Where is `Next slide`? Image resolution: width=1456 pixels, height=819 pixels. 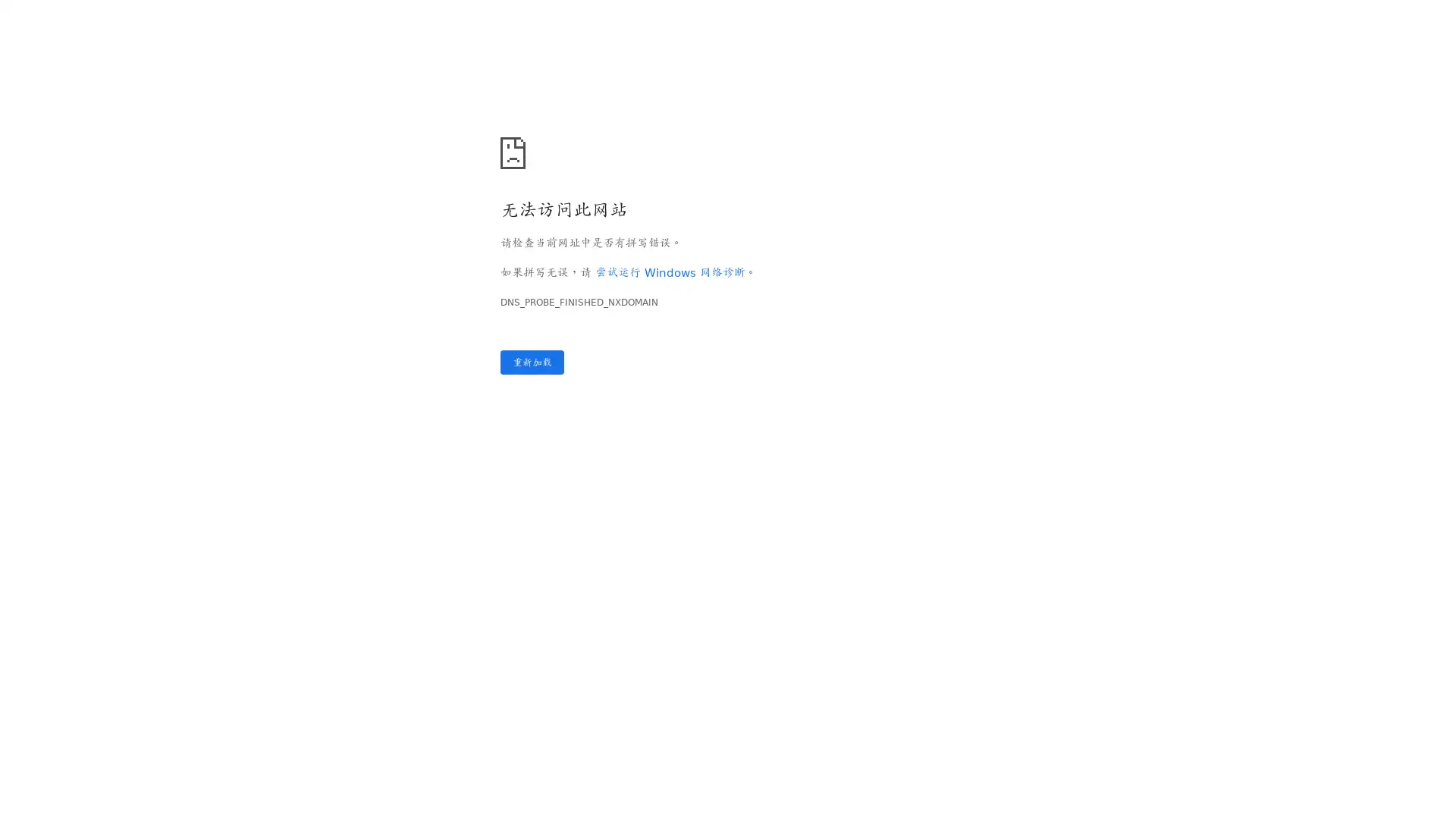 Next slide is located at coordinates (1427, 431).